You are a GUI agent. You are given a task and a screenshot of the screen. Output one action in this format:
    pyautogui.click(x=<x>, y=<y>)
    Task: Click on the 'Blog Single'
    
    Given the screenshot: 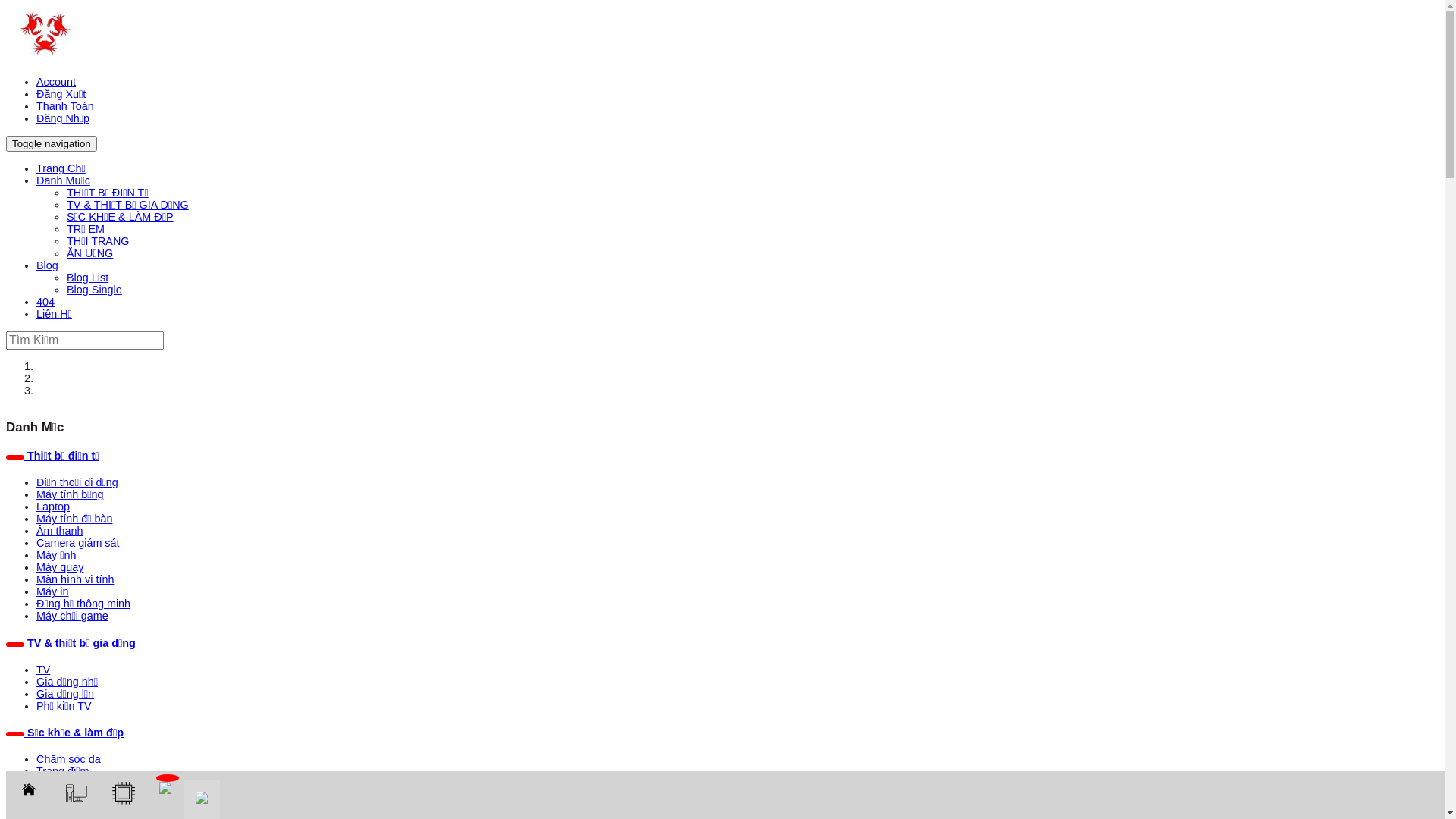 What is the action you would take?
    pyautogui.click(x=93, y=289)
    